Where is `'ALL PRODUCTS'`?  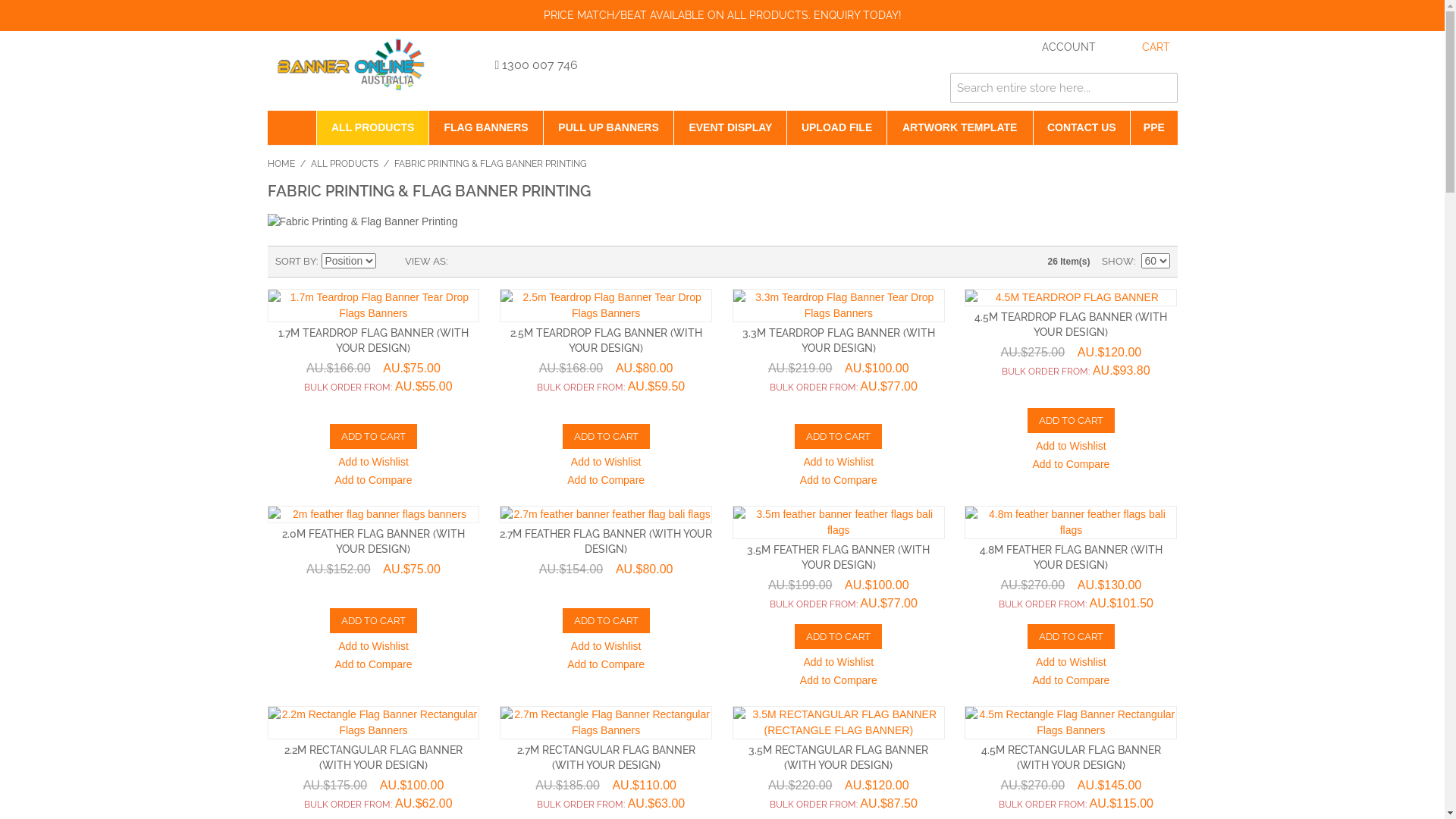 'ALL PRODUCTS' is located at coordinates (344, 164).